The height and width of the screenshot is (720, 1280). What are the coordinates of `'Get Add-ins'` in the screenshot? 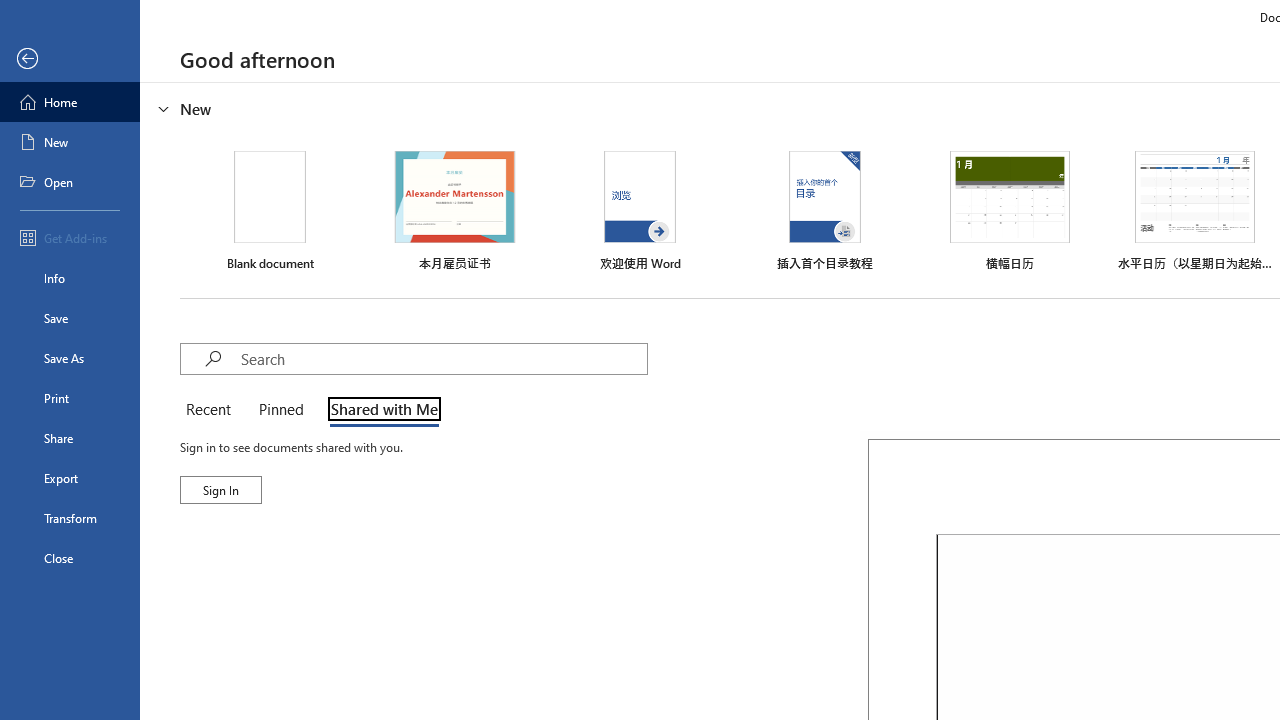 It's located at (69, 236).